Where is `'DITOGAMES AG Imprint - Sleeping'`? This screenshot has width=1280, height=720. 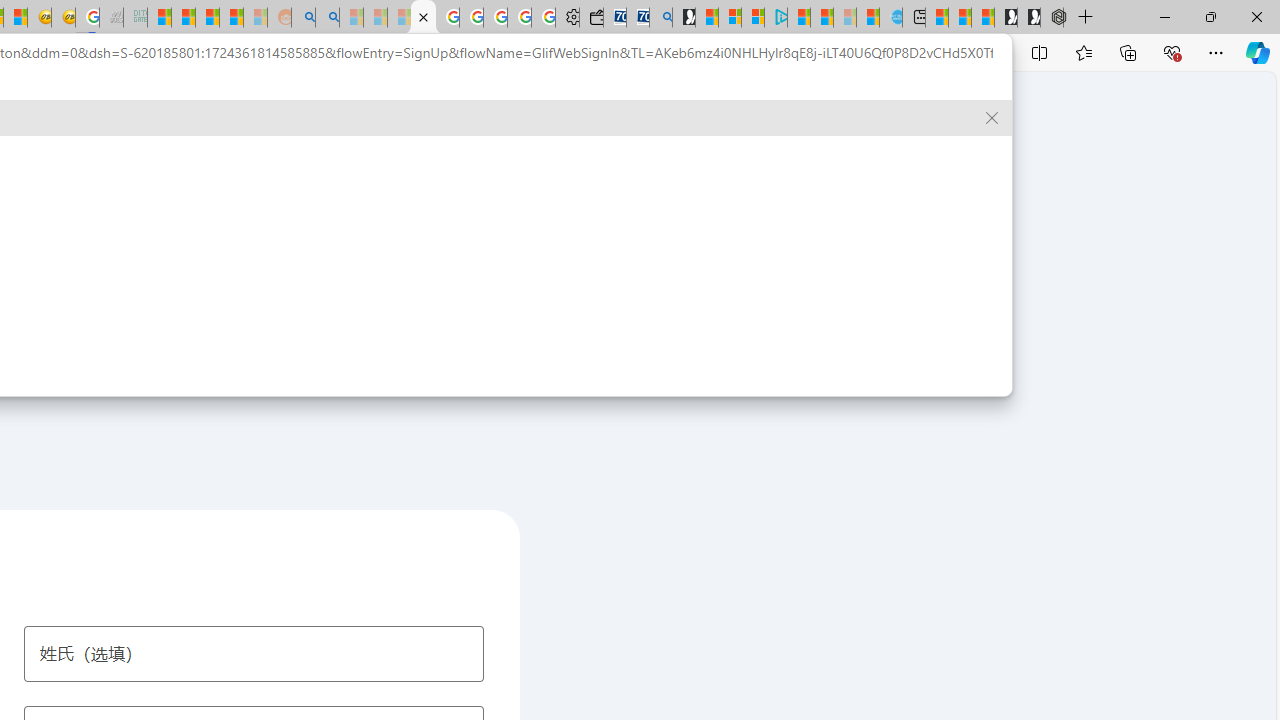
'DITOGAMES AG Imprint - Sleeping' is located at coordinates (134, 17).